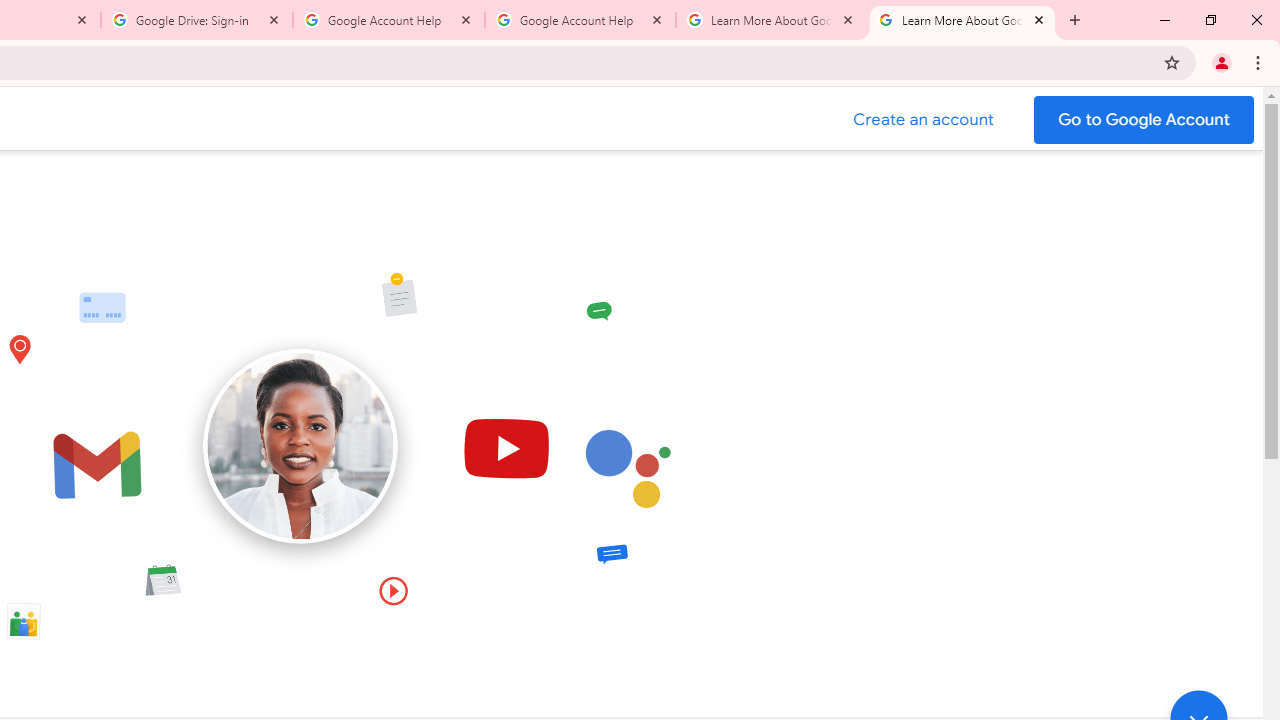 Image resolution: width=1280 pixels, height=720 pixels. Describe the element at coordinates (923, 119) in the screenshot. I see `'Create a Google Account'` at that location.